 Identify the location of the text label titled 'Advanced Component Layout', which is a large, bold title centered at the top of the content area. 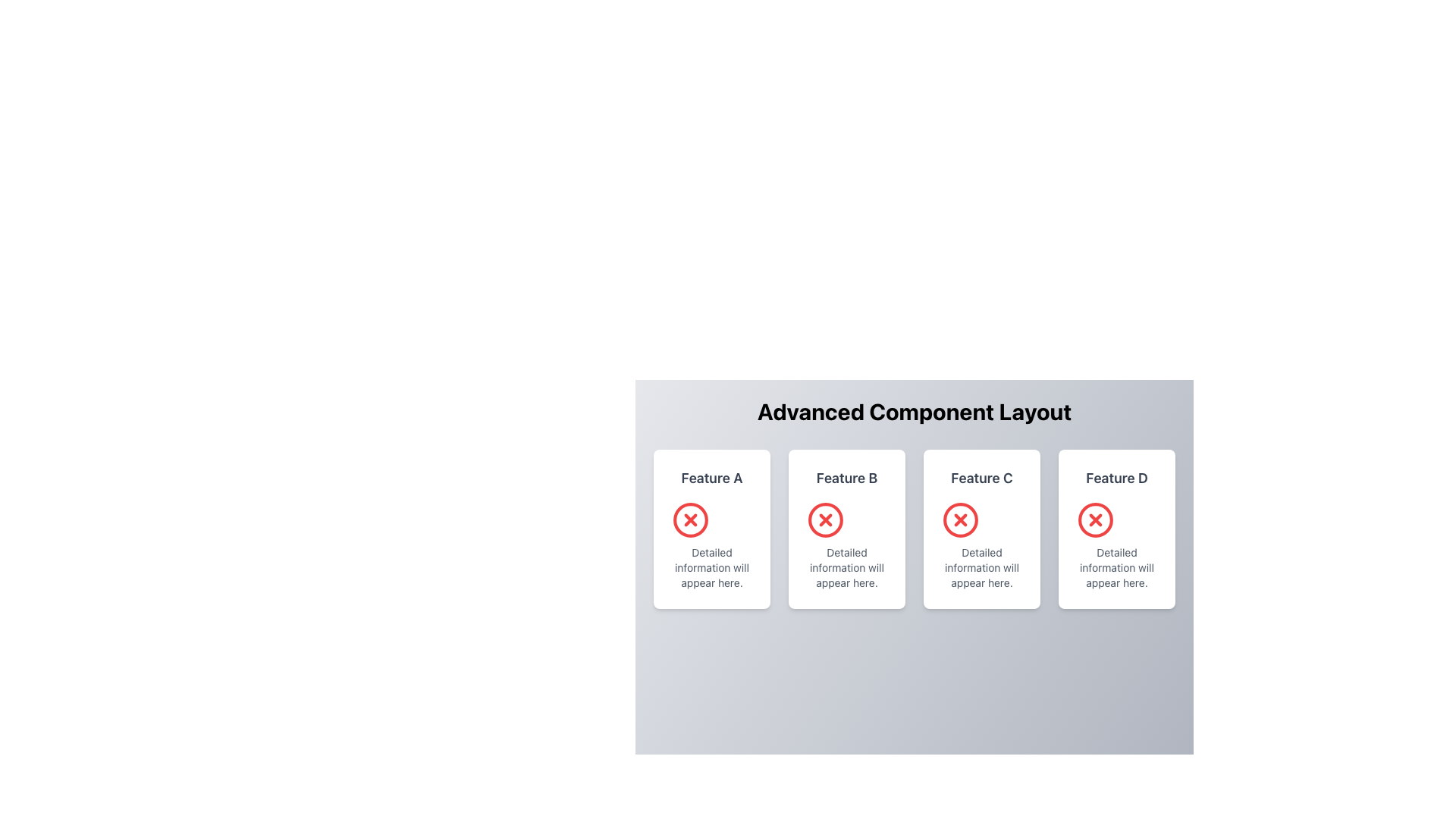
(913, 412).